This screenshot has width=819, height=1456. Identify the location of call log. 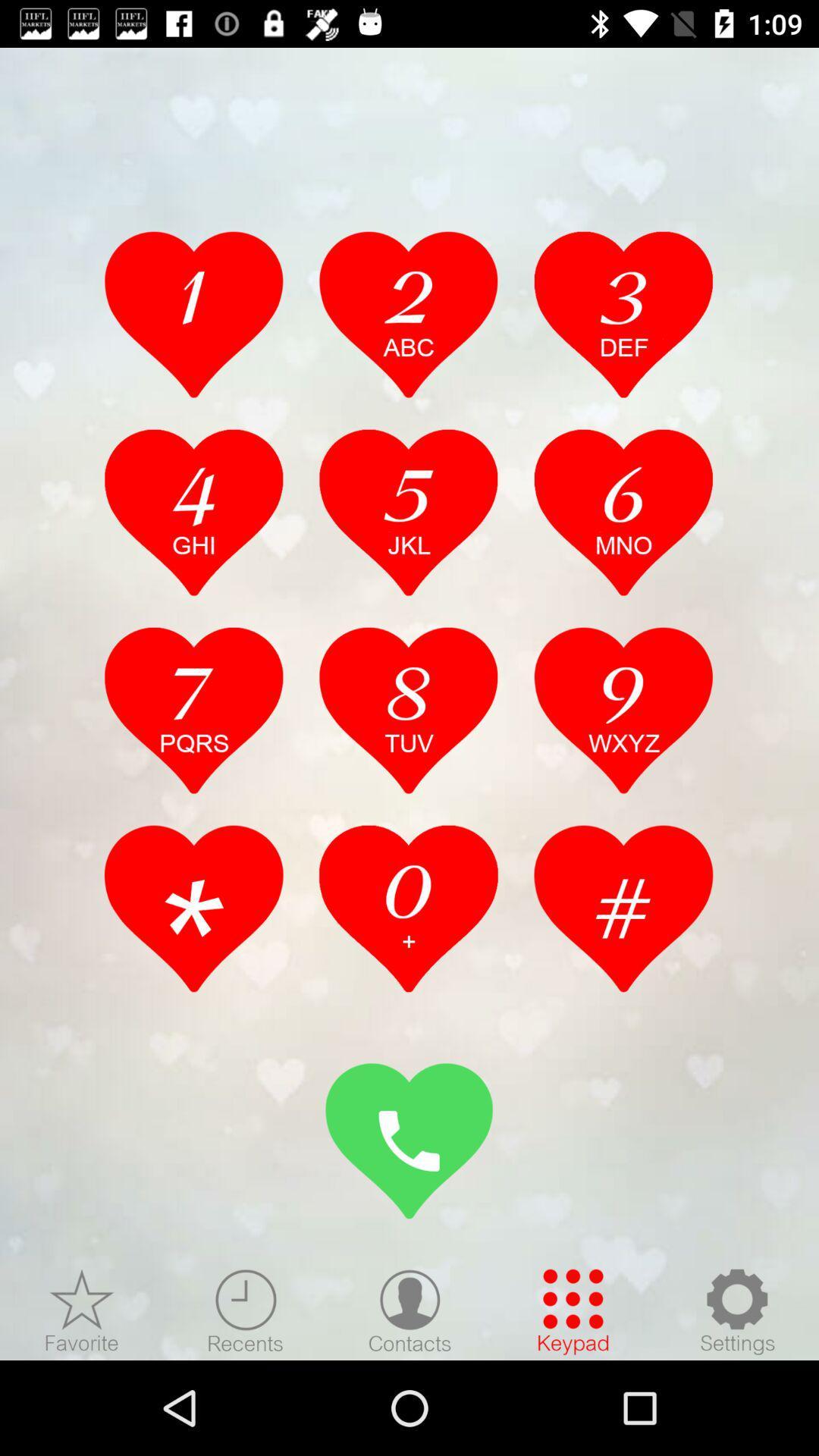
(408, 908).